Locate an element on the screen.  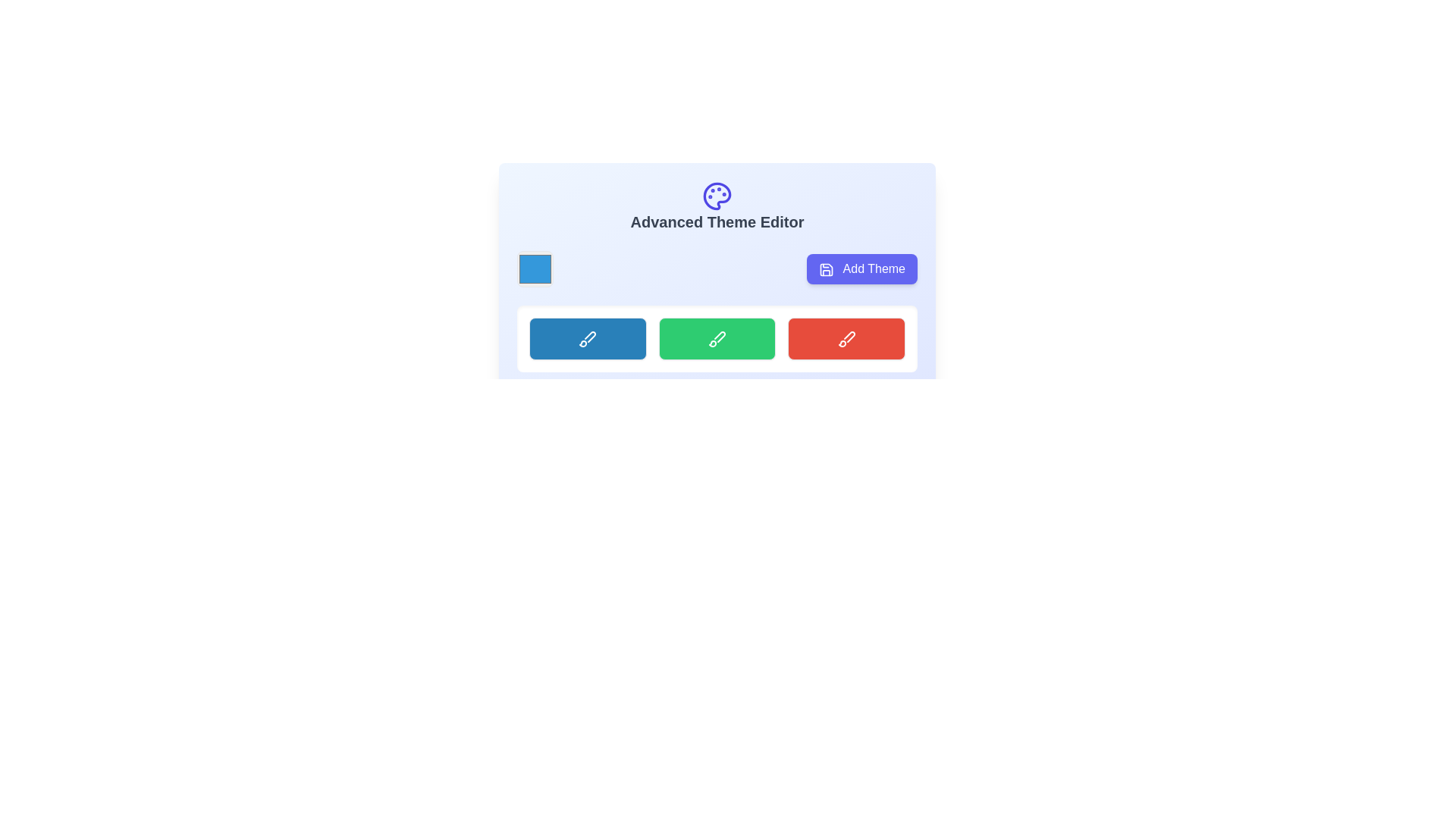
the save icon located at the top-right corner of the 'Add Theme' button is located at coordinates (825, 268).